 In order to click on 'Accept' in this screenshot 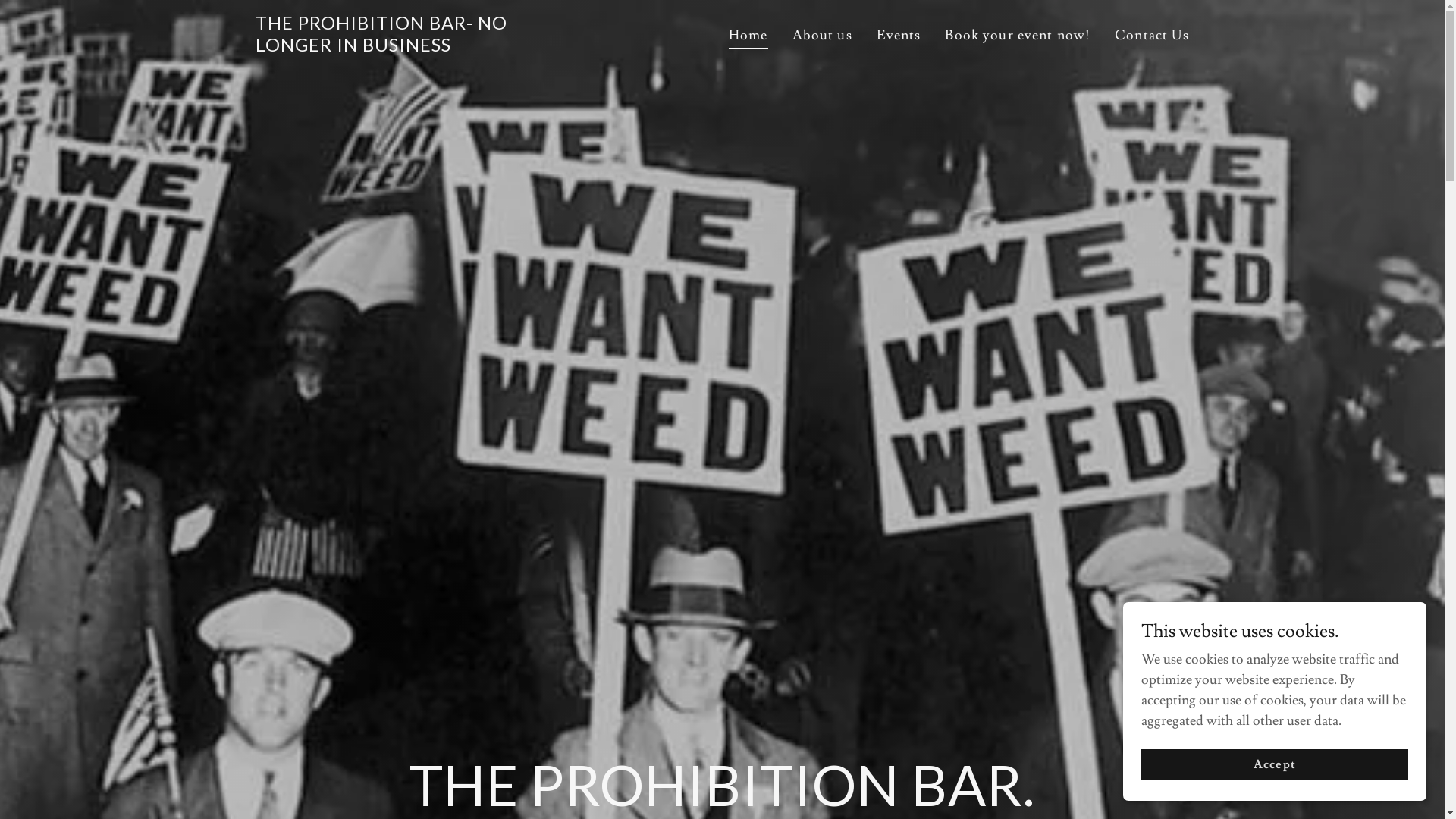, I will do `click(1141, 764)`.